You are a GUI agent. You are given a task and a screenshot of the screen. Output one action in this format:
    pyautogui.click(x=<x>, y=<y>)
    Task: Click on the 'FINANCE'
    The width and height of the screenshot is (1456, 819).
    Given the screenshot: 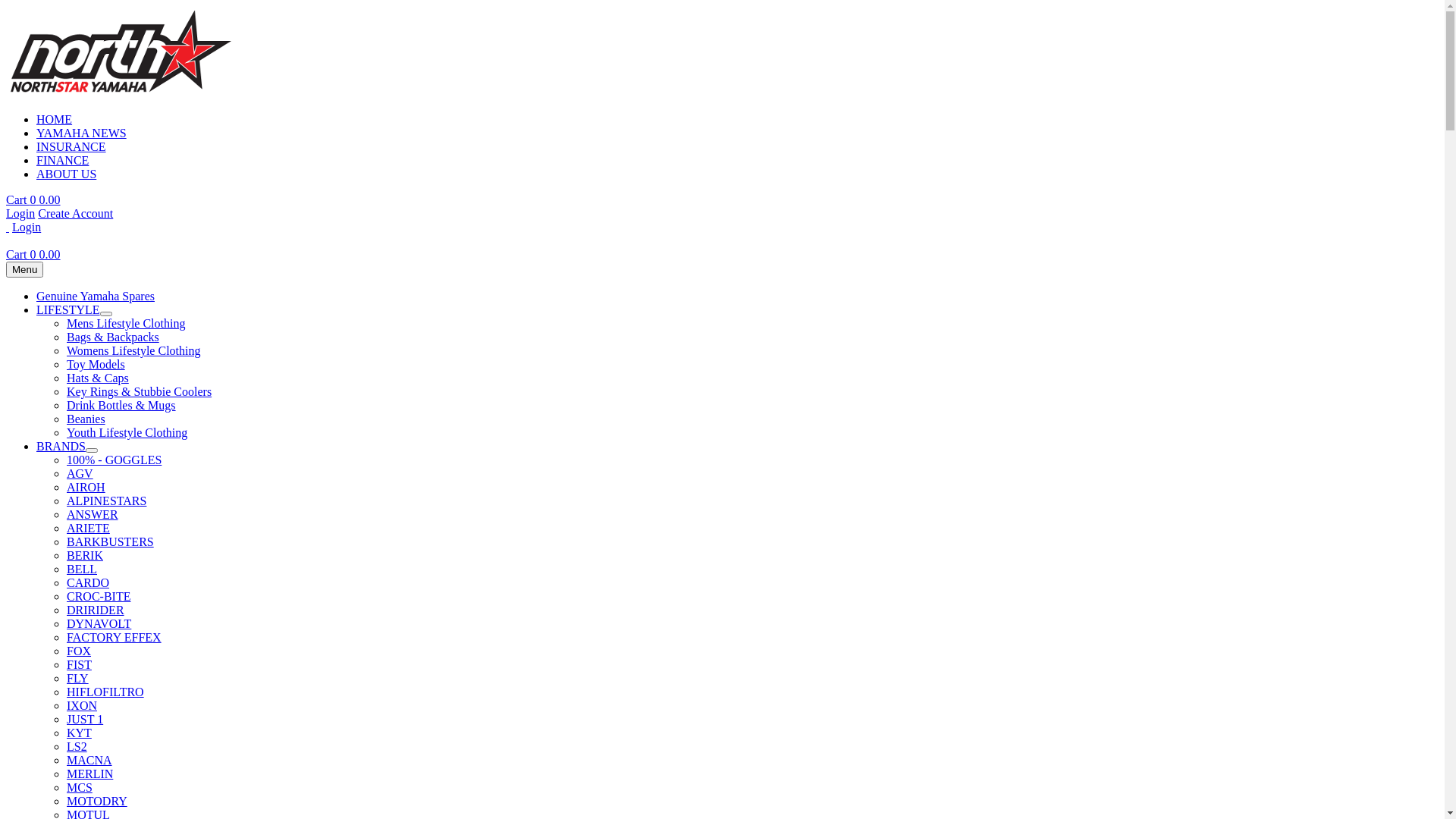 What is the action you would take?
    pyautogui.click(x=61, y=160)
    